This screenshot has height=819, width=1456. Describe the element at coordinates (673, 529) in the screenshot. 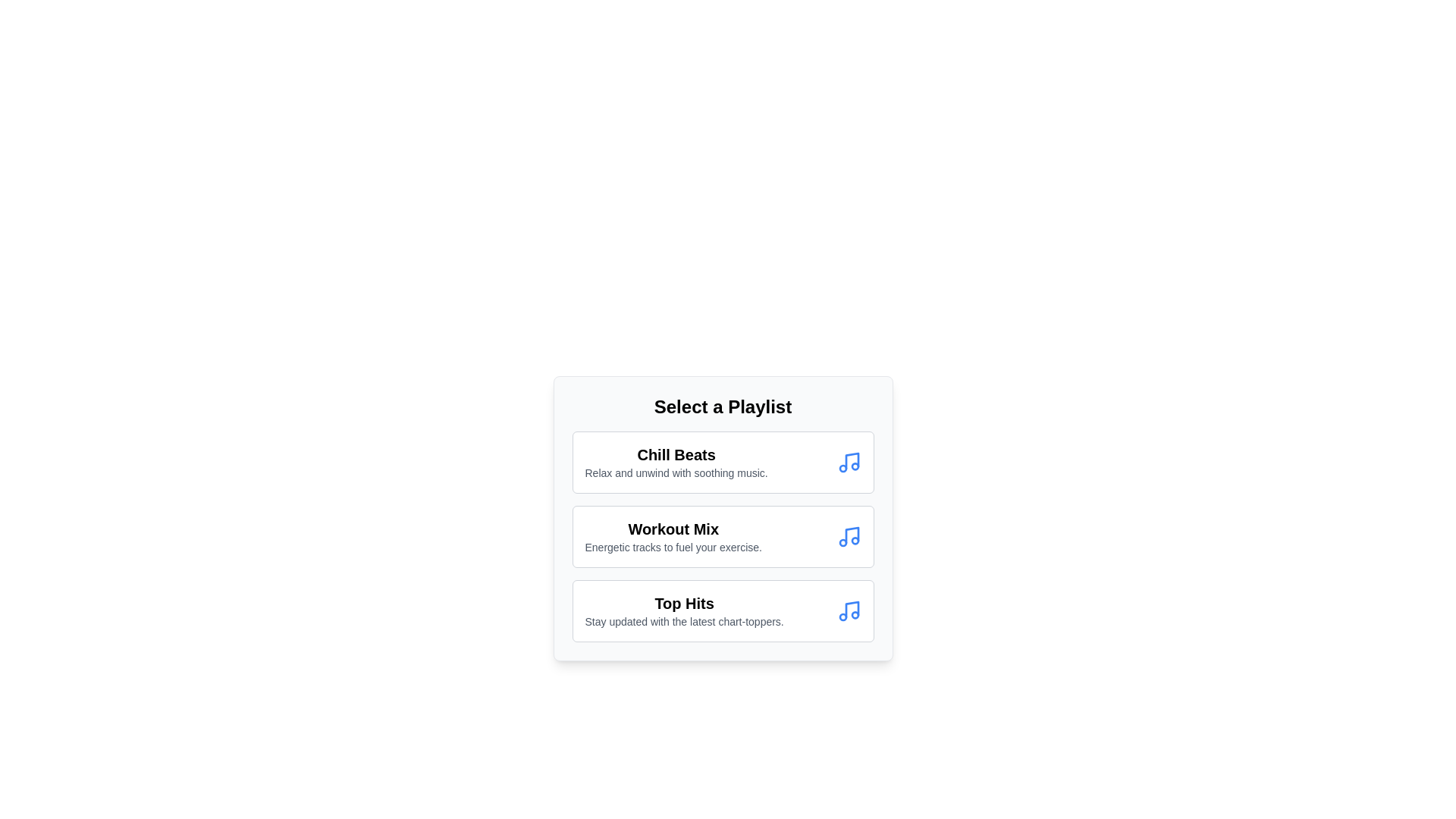

I see `the 'Workout Mix' text label, which is styled in bold, large black font and is prominently positioned in a card-like structure` at that location.